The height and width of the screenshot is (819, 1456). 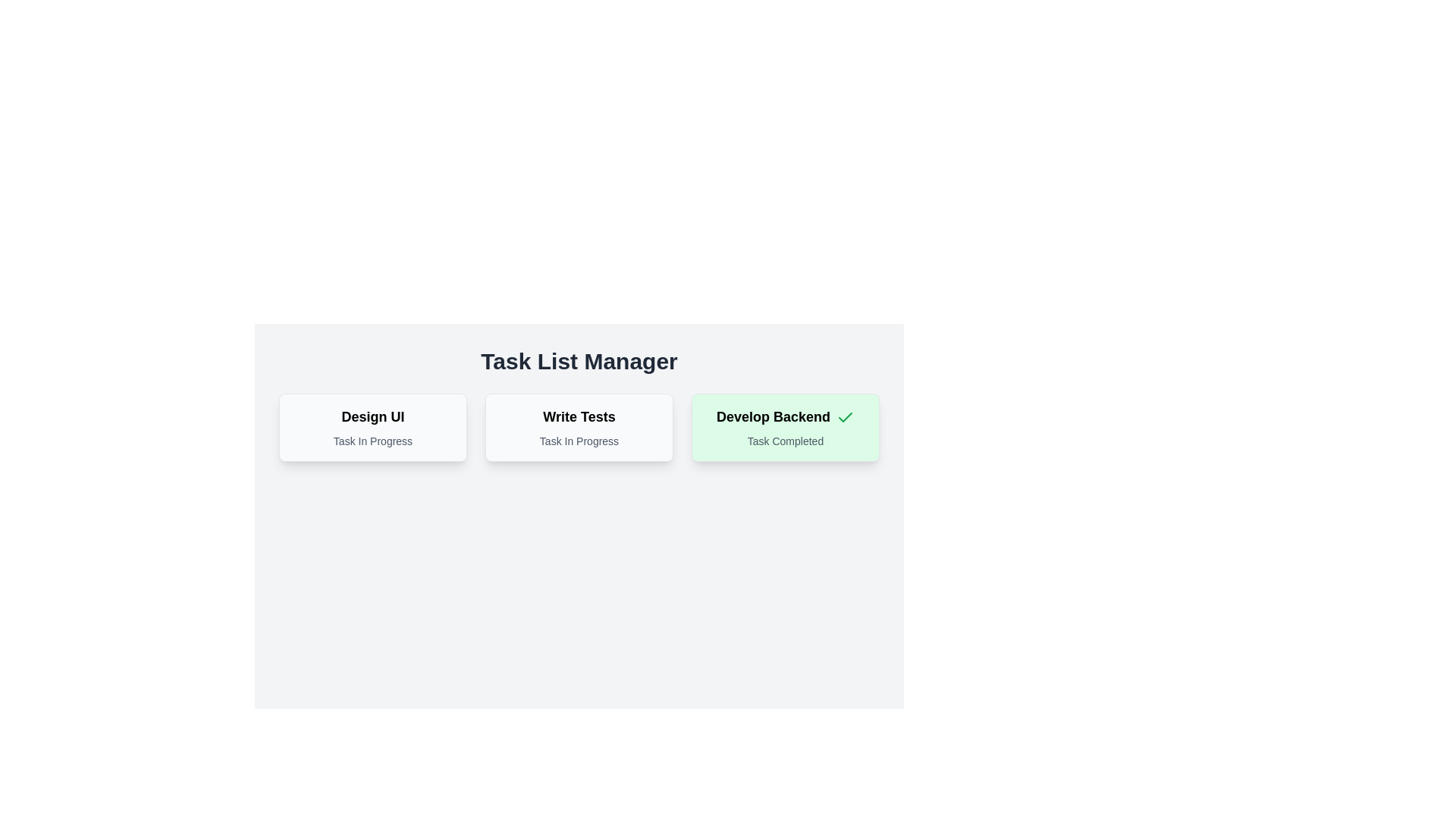 What do you see at coordinates (786, 427) in the screenshot?
I see `the 'Develop Backend' task status card, which is the third card in a row of three cards, indicating that the task is completed` at bounding box center [786, 427].